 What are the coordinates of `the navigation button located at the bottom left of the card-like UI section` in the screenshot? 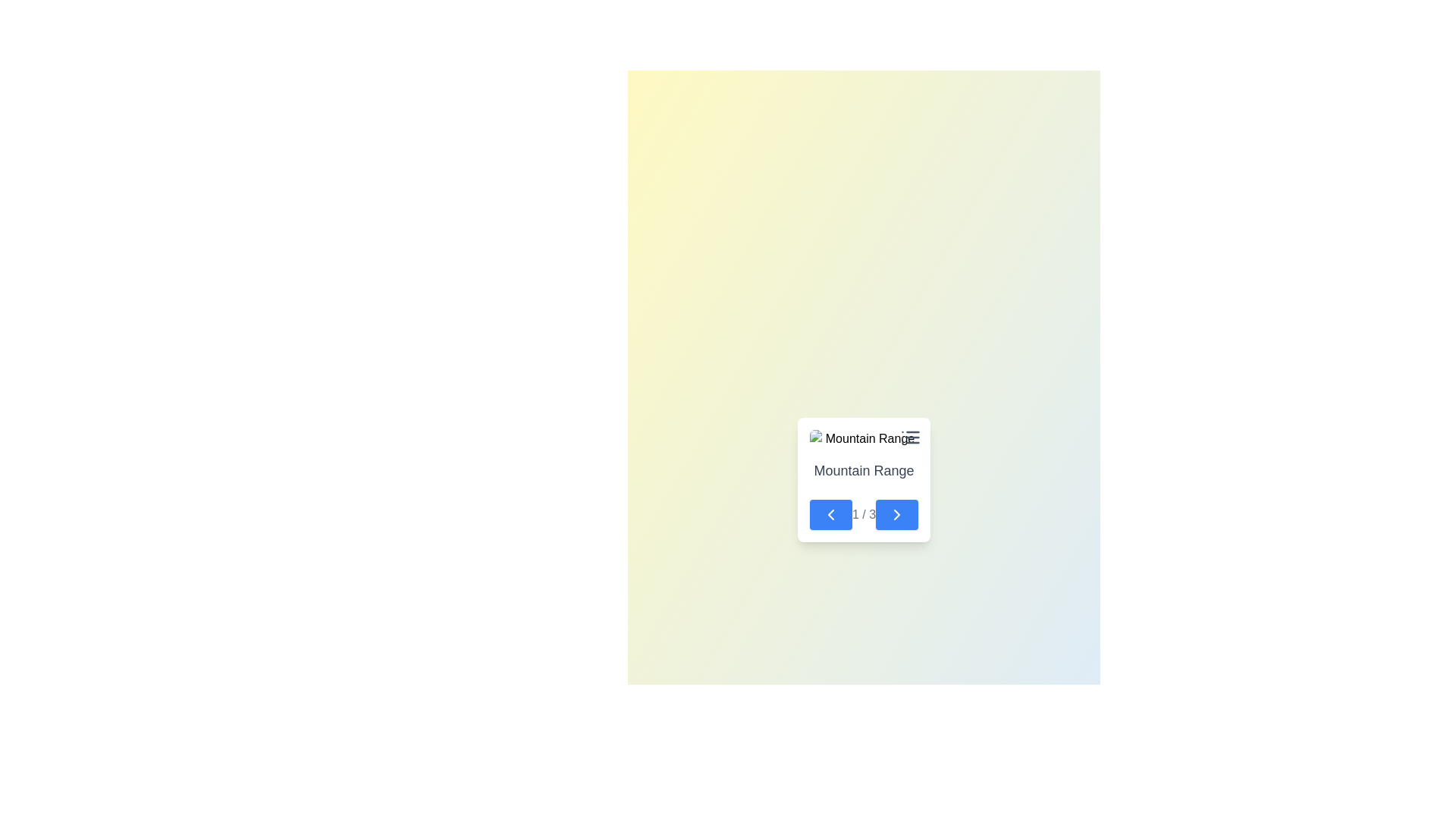 It's located at (830, 513).